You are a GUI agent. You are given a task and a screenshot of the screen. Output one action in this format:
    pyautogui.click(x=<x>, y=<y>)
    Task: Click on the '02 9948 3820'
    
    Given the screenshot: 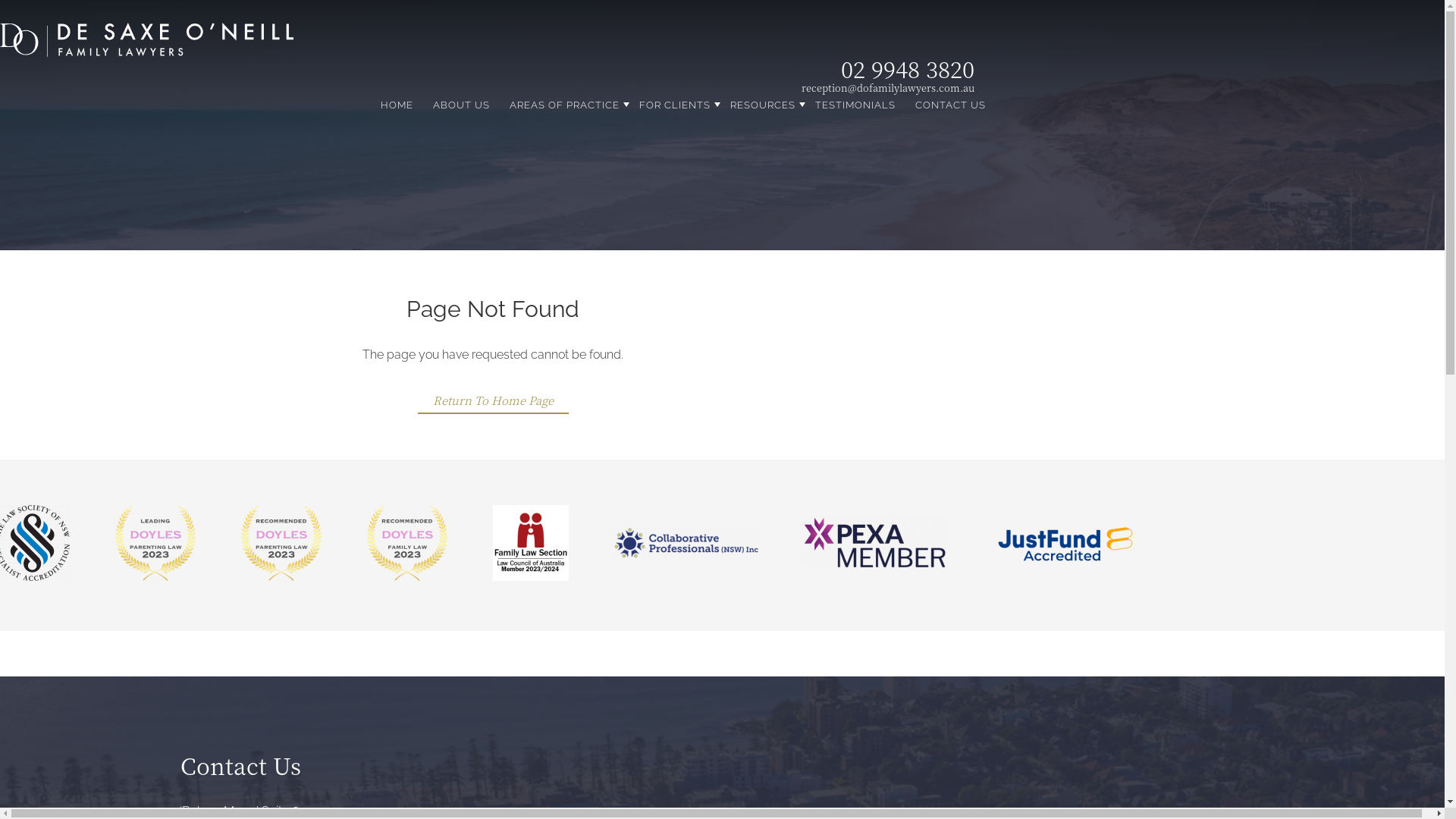 What is the action you would take?
    pyautogui.click(x=907, y=67)
    